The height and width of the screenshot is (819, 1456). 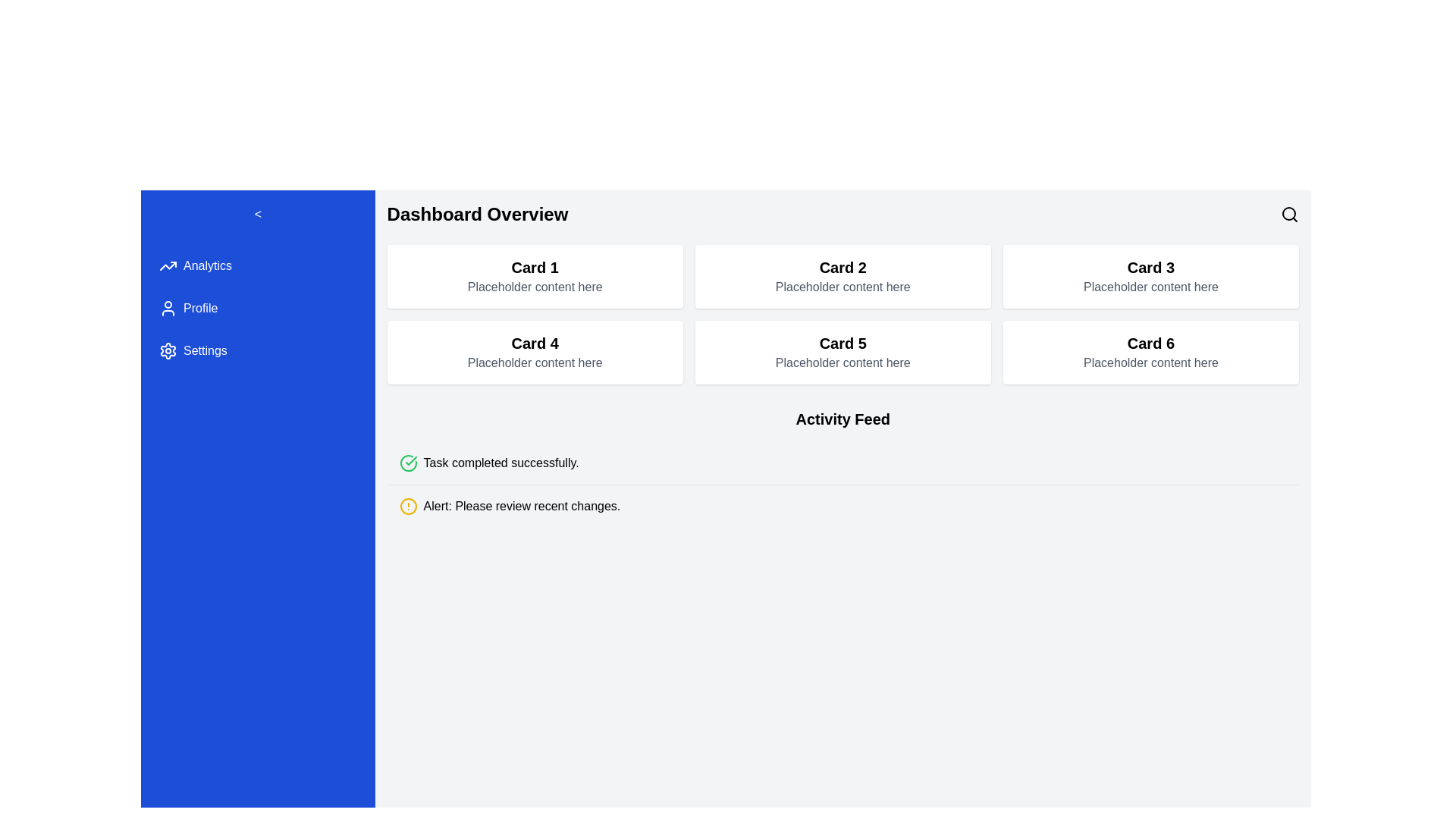 What do you see at coordinates (1150, 353) in the screenshot?
I see `the text content displayed on the informational card located in the bottom-right corner of the grid layout, specifically the sixth card beneath 'Card 3'` at bounding box center [1150, 353].